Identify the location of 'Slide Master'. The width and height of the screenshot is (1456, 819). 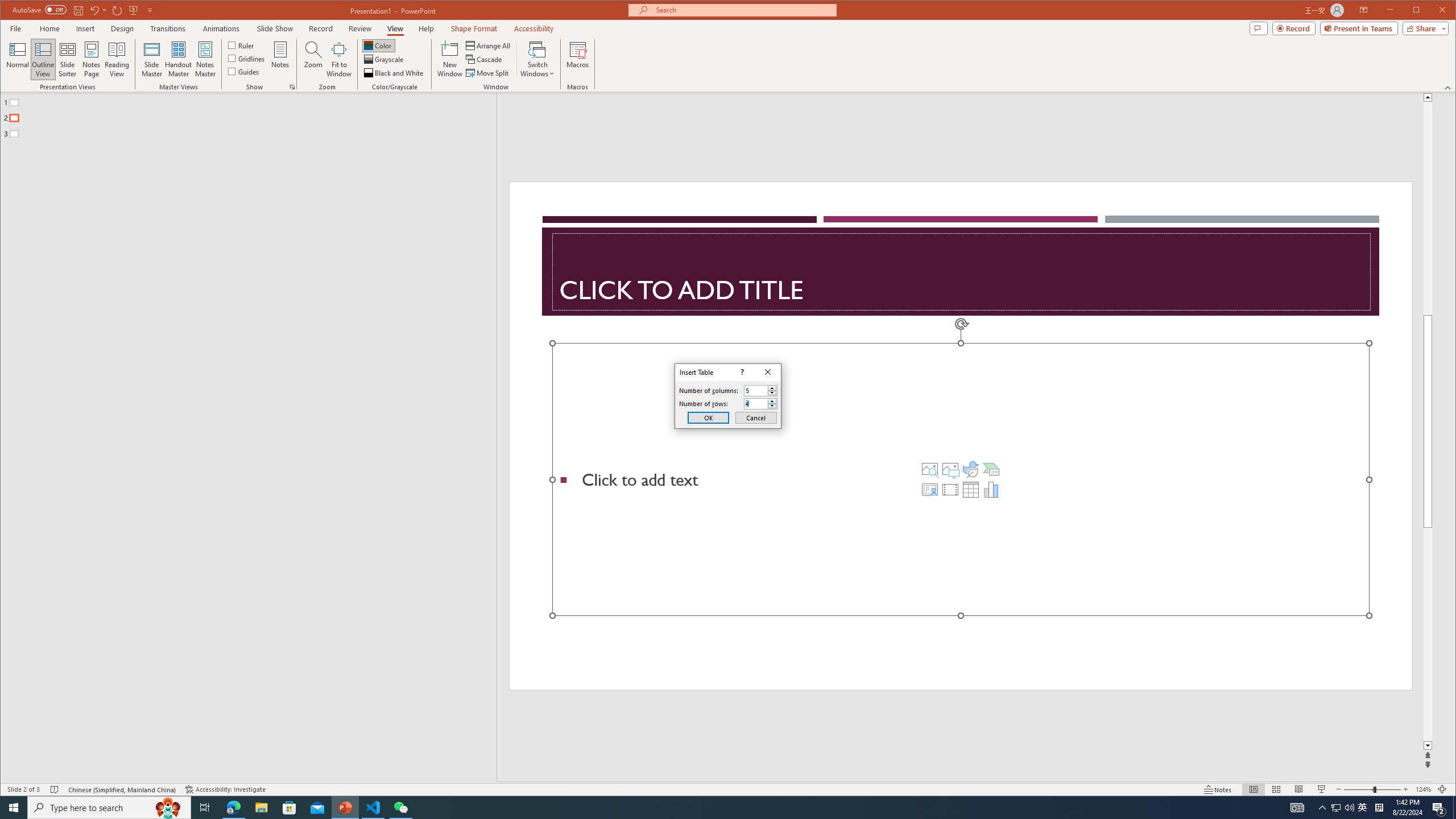
(151, 59).